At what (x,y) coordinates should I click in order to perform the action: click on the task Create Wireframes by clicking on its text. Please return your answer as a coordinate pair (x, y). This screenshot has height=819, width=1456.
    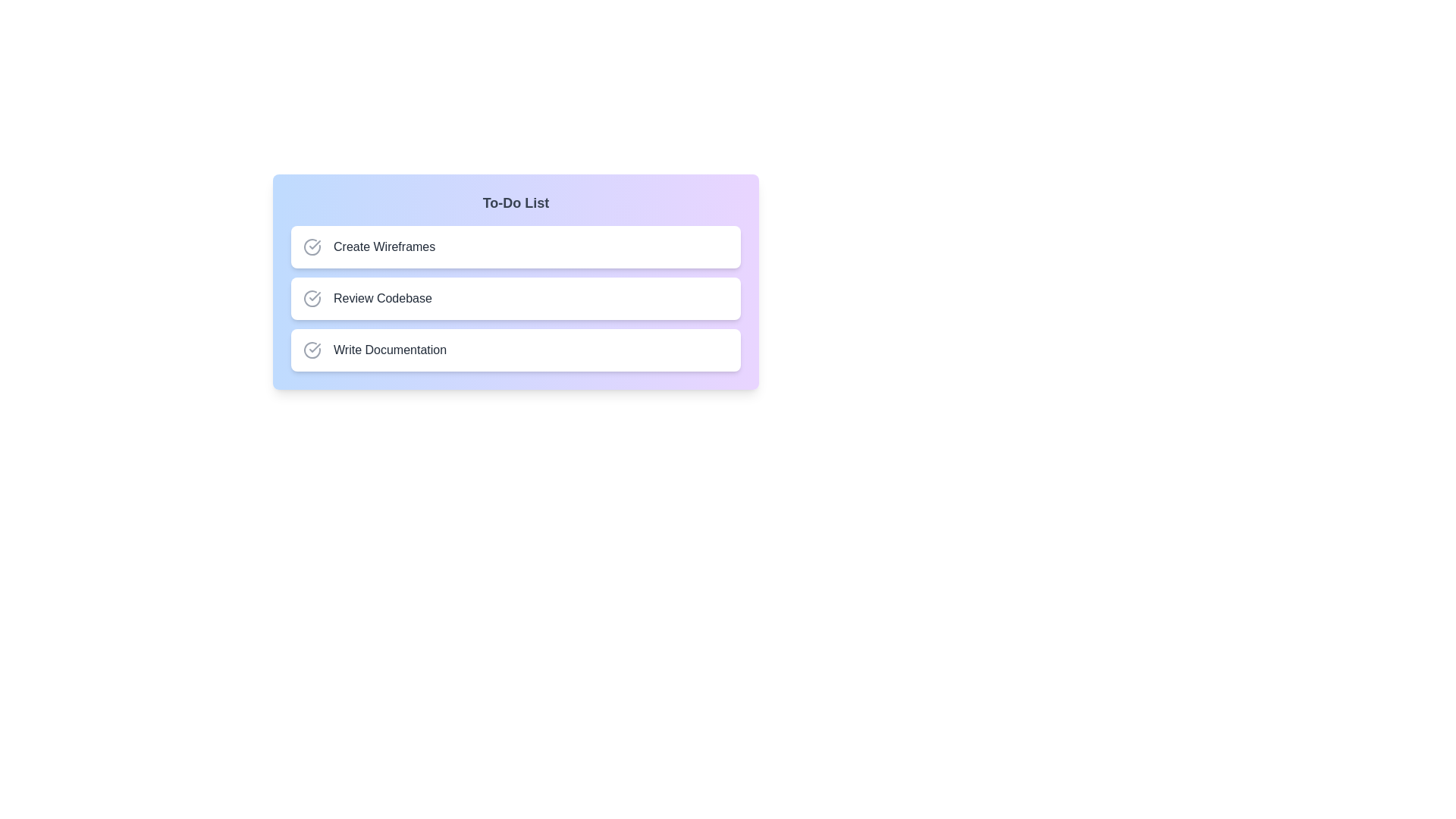
    Looking at the image, I should click on (384, 246).